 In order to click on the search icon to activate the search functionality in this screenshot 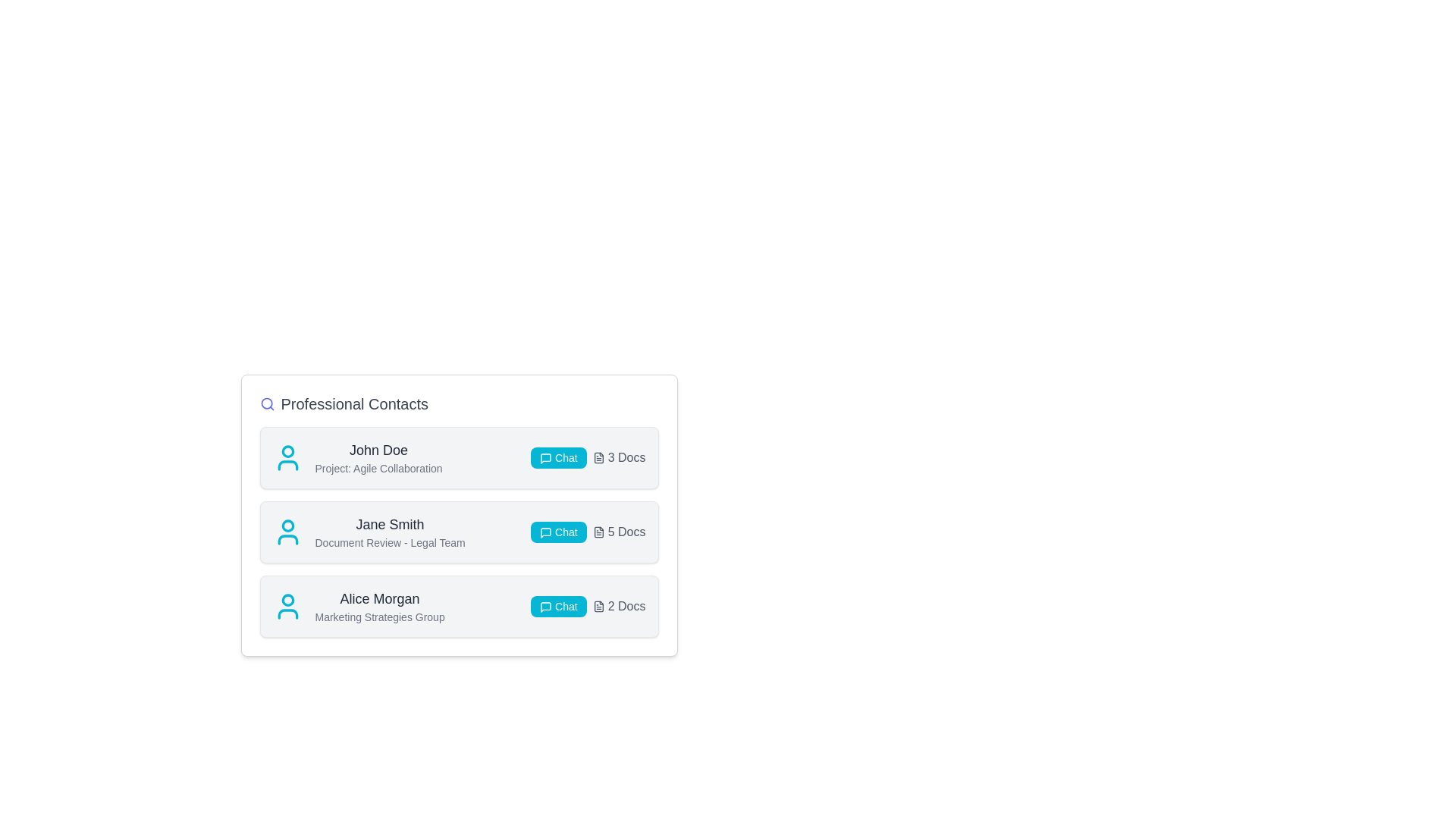, I will do `click(267, 403)`.